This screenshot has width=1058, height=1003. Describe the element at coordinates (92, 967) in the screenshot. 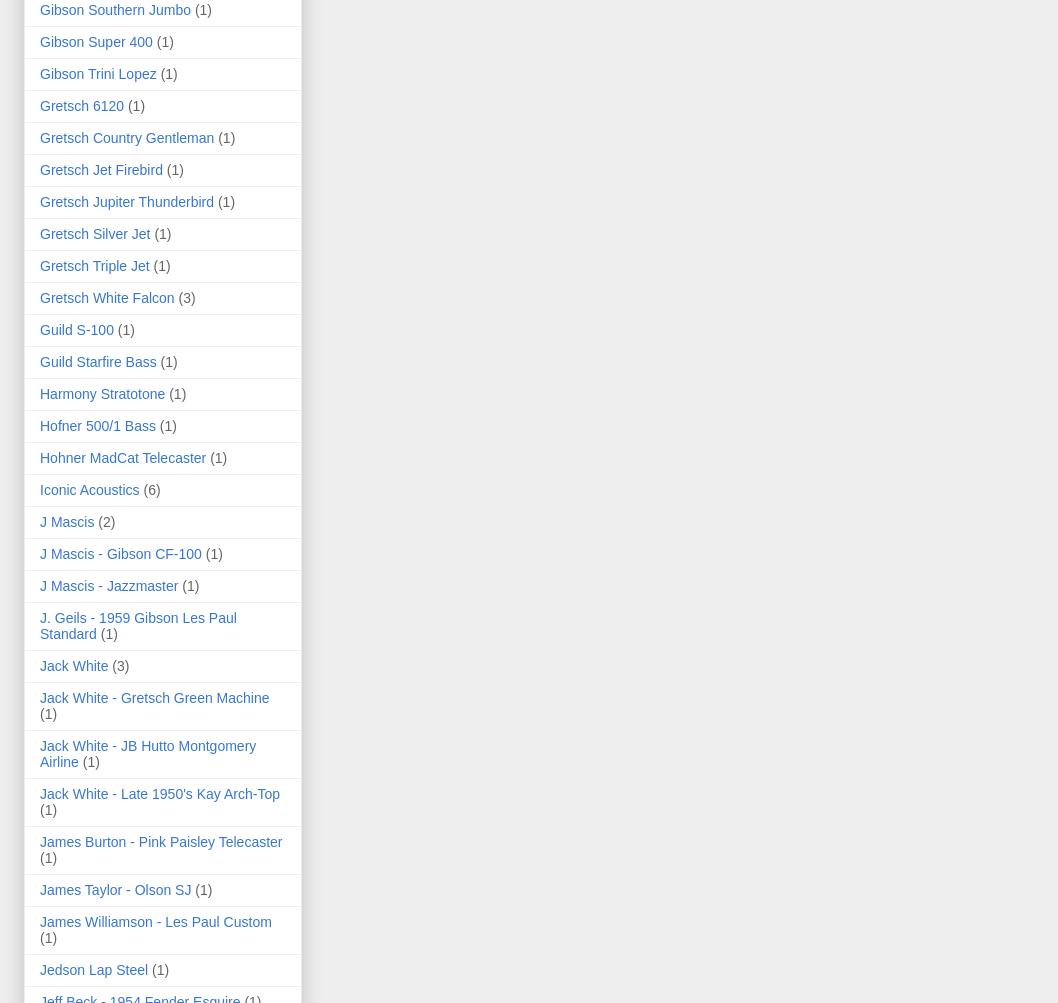

I see `'Jedson Lap Steel'` at that location.